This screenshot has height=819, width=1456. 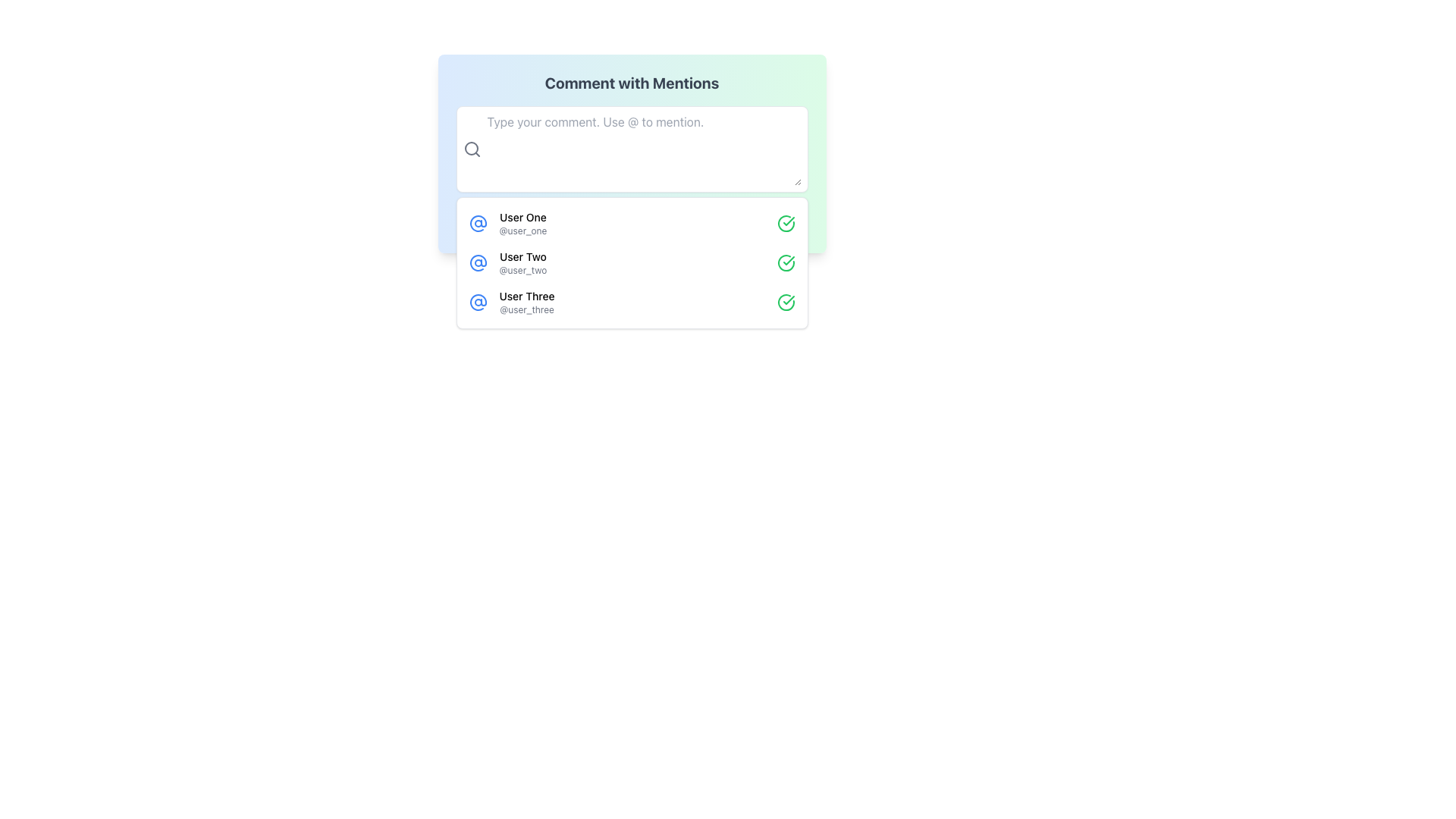 What do you see at coordinates (786, 262) in the screenshot?
I see `the circular green checkmark icon located on the right side of the 'User Two @user_two' line item in the user mention dropdown` at bounding box center [786, 262].